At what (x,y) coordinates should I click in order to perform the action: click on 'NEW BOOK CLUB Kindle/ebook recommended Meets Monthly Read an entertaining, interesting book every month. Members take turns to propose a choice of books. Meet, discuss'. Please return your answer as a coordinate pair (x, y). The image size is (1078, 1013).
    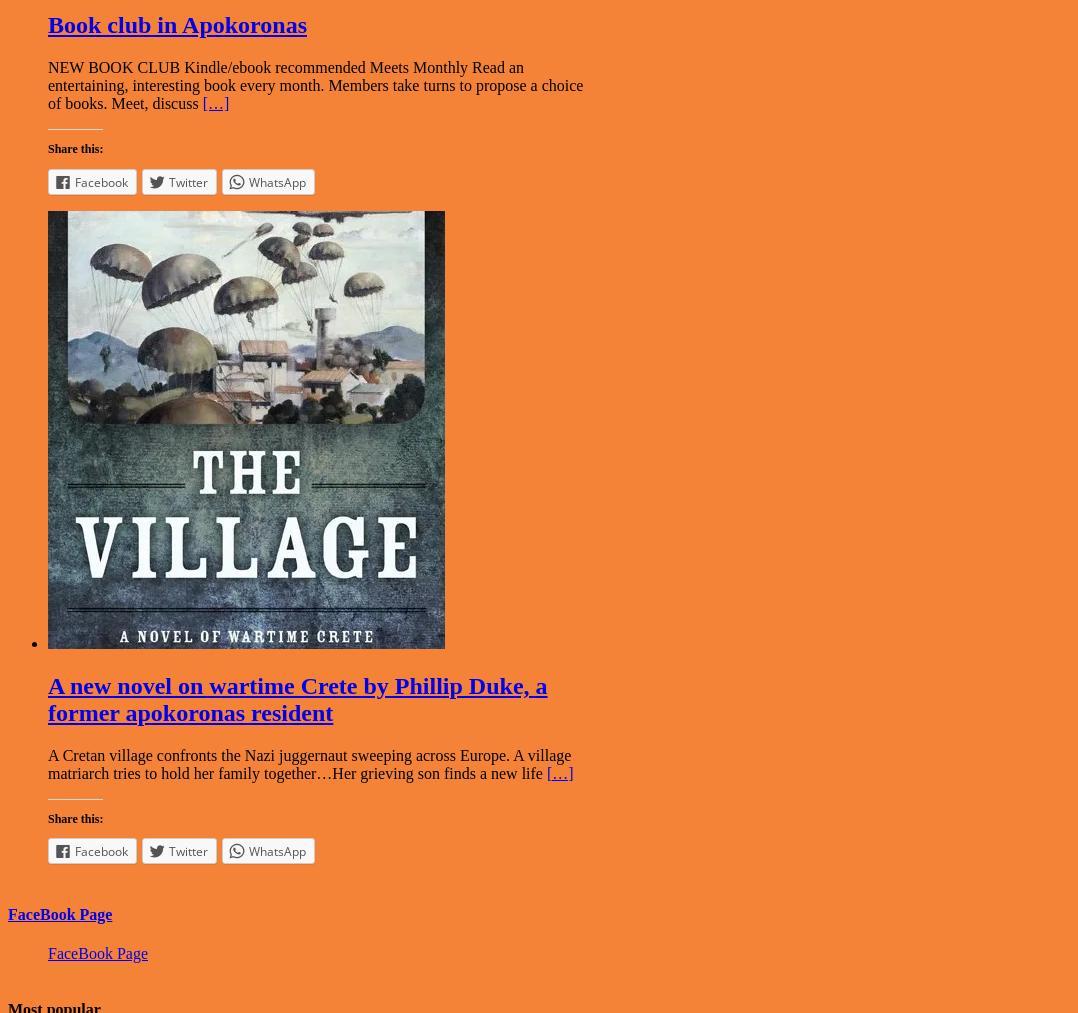
    Looking at the image, I should click on (47, 84).